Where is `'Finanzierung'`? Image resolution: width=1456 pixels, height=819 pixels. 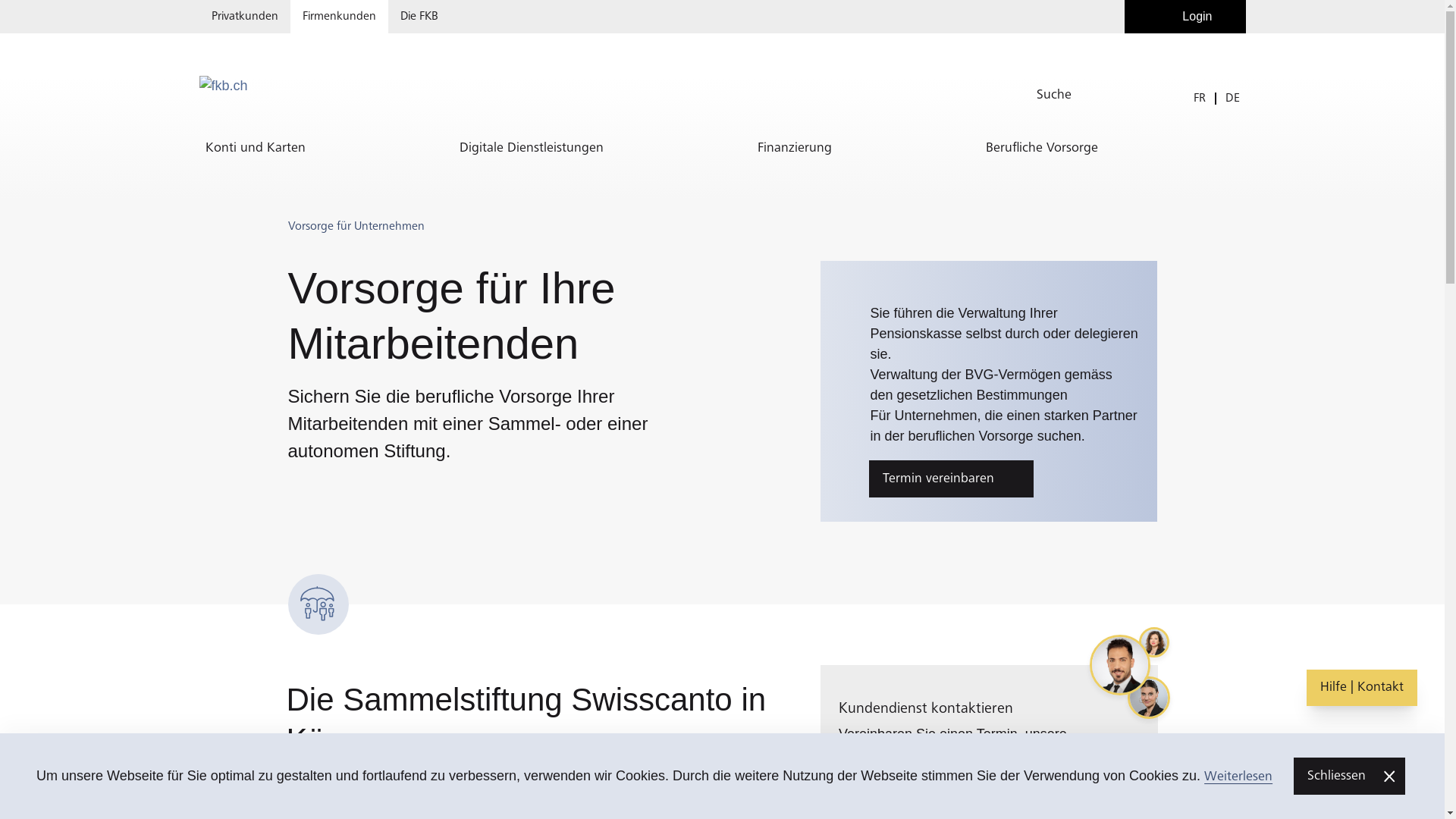 'Finanzierung' is located at coordinates (792, 148).